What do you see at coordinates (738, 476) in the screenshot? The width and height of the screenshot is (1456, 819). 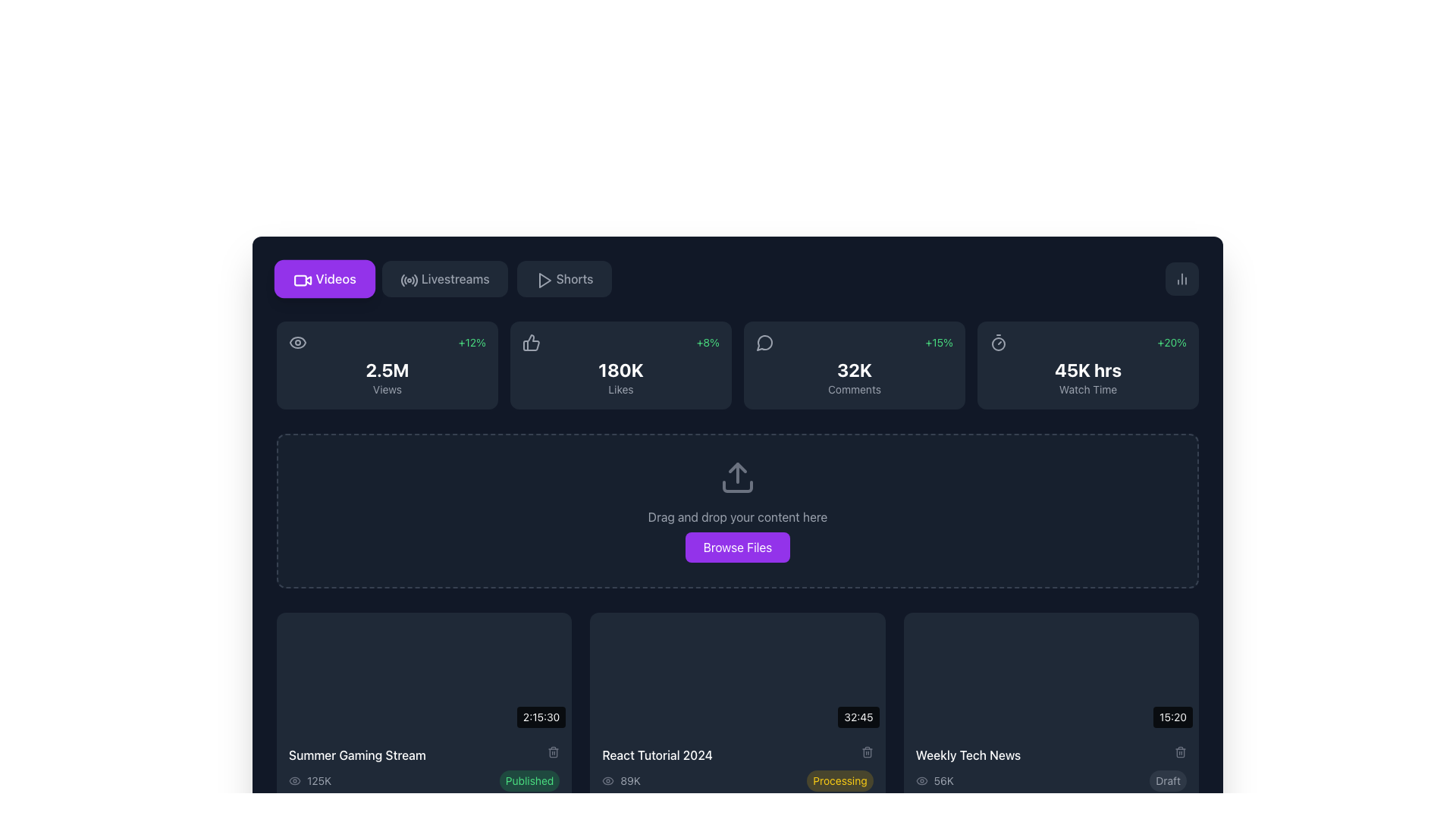 I see `the modern, minimalistic dark-themed upload icon located in the center of the drag-and-drop section` at bounding box center [738, 476].